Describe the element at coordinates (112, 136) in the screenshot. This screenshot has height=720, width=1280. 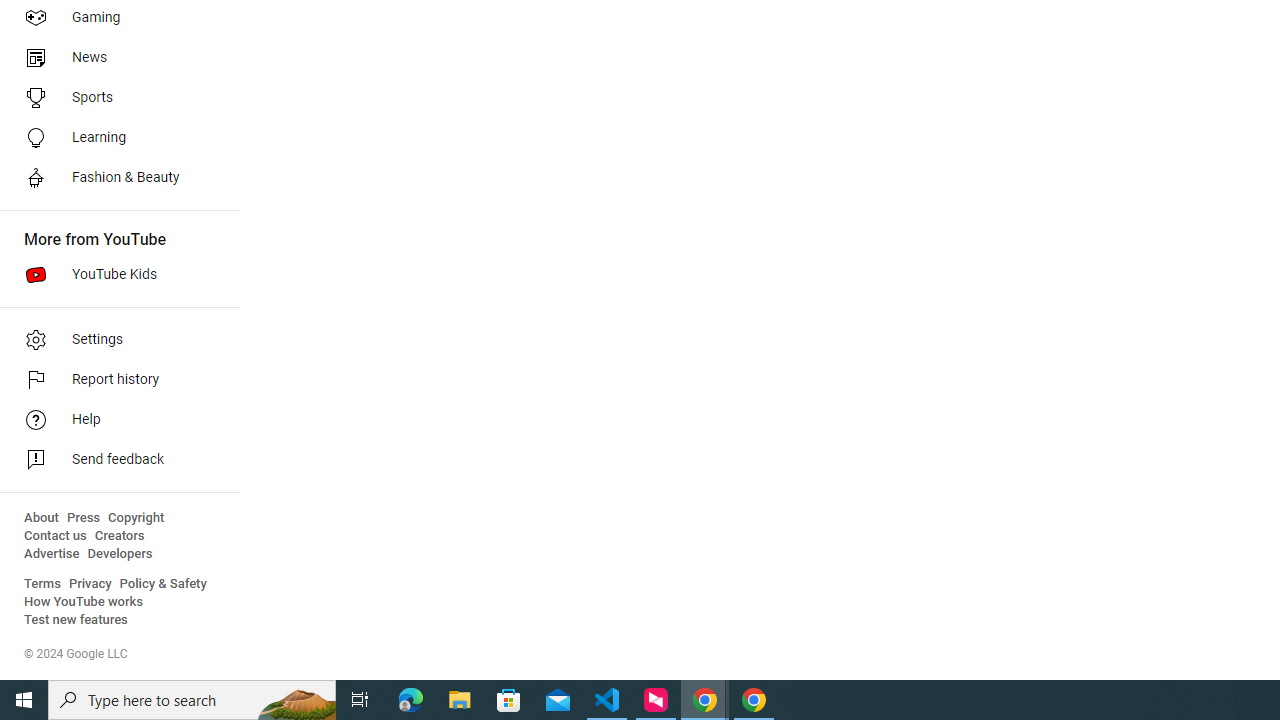
I see `'Learning'` at that location.